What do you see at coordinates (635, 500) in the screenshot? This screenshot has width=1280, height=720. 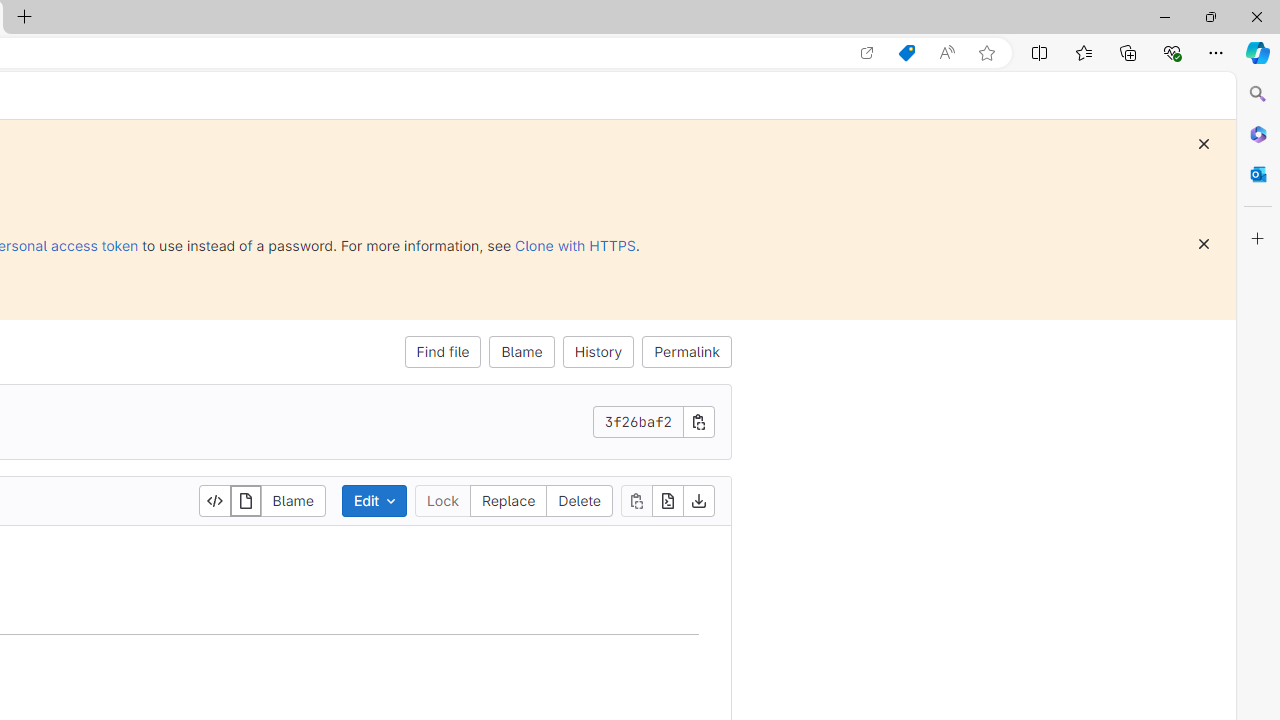 I see `'Copy file contents'` at bounding box center [635, 500].